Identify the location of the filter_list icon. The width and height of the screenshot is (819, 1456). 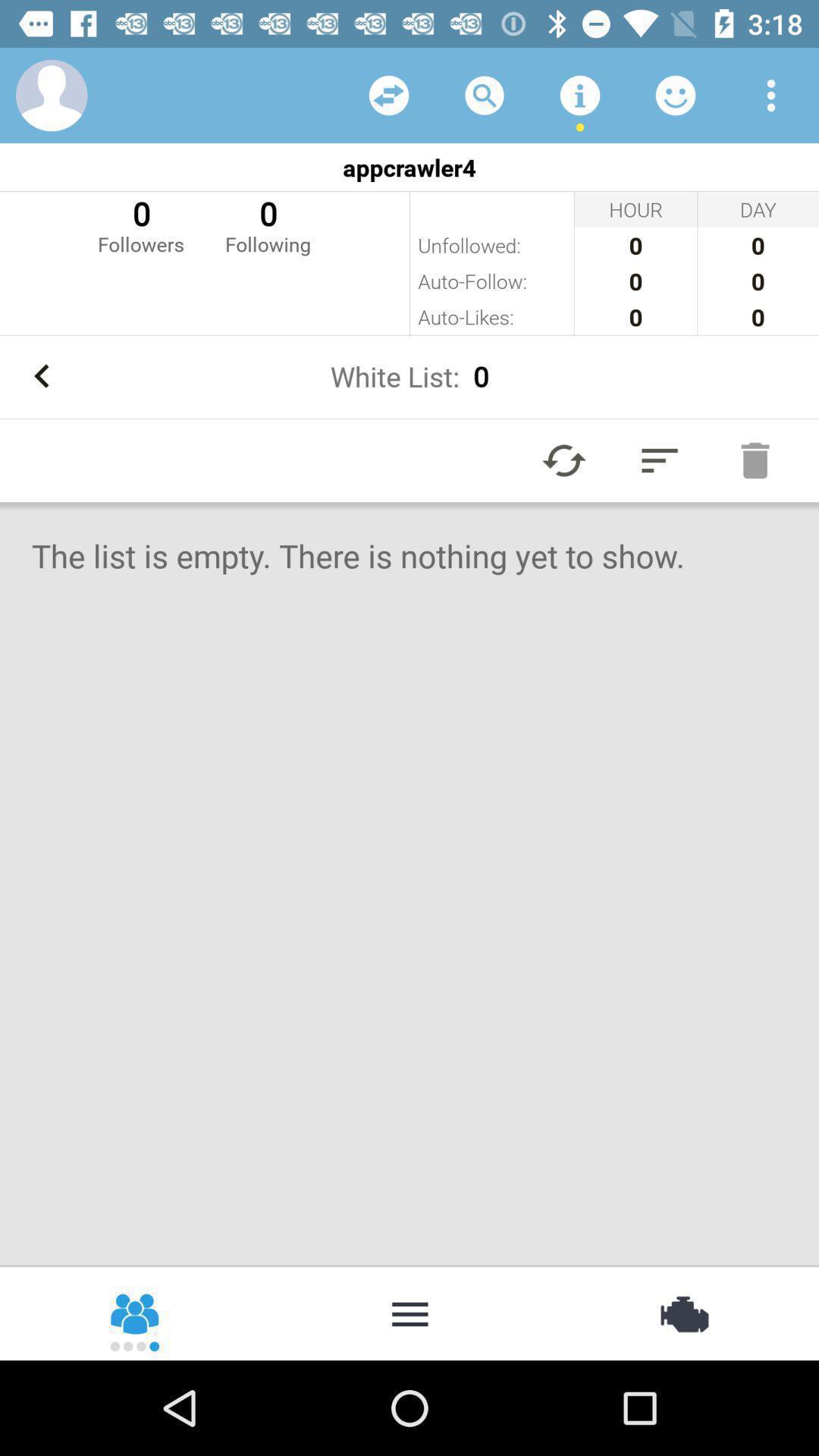
(659, 460).